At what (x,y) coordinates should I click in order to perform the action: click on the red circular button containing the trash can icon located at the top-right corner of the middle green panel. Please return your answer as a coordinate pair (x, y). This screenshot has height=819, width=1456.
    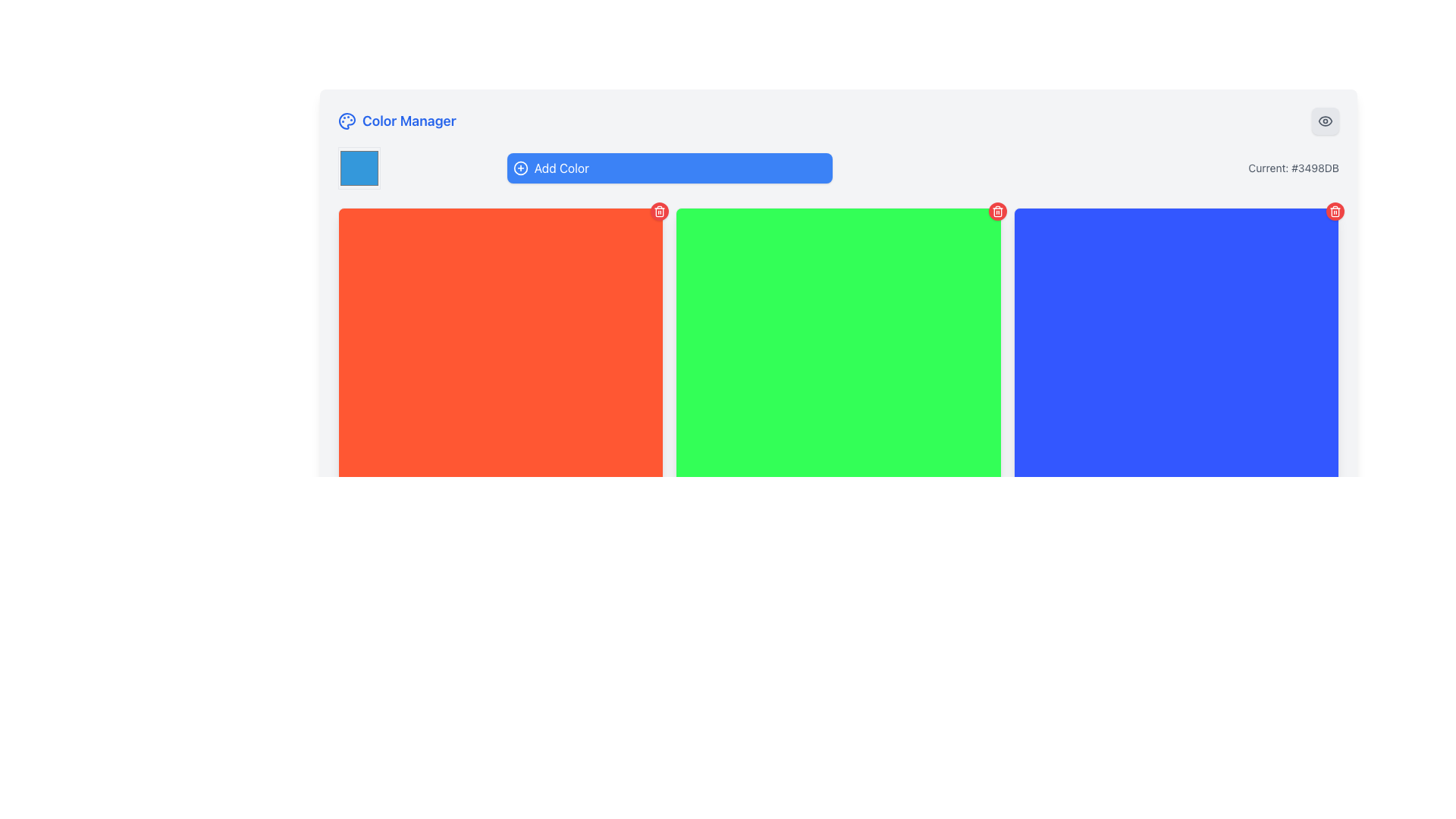
    Looking at the image, I should click on (660, 211).